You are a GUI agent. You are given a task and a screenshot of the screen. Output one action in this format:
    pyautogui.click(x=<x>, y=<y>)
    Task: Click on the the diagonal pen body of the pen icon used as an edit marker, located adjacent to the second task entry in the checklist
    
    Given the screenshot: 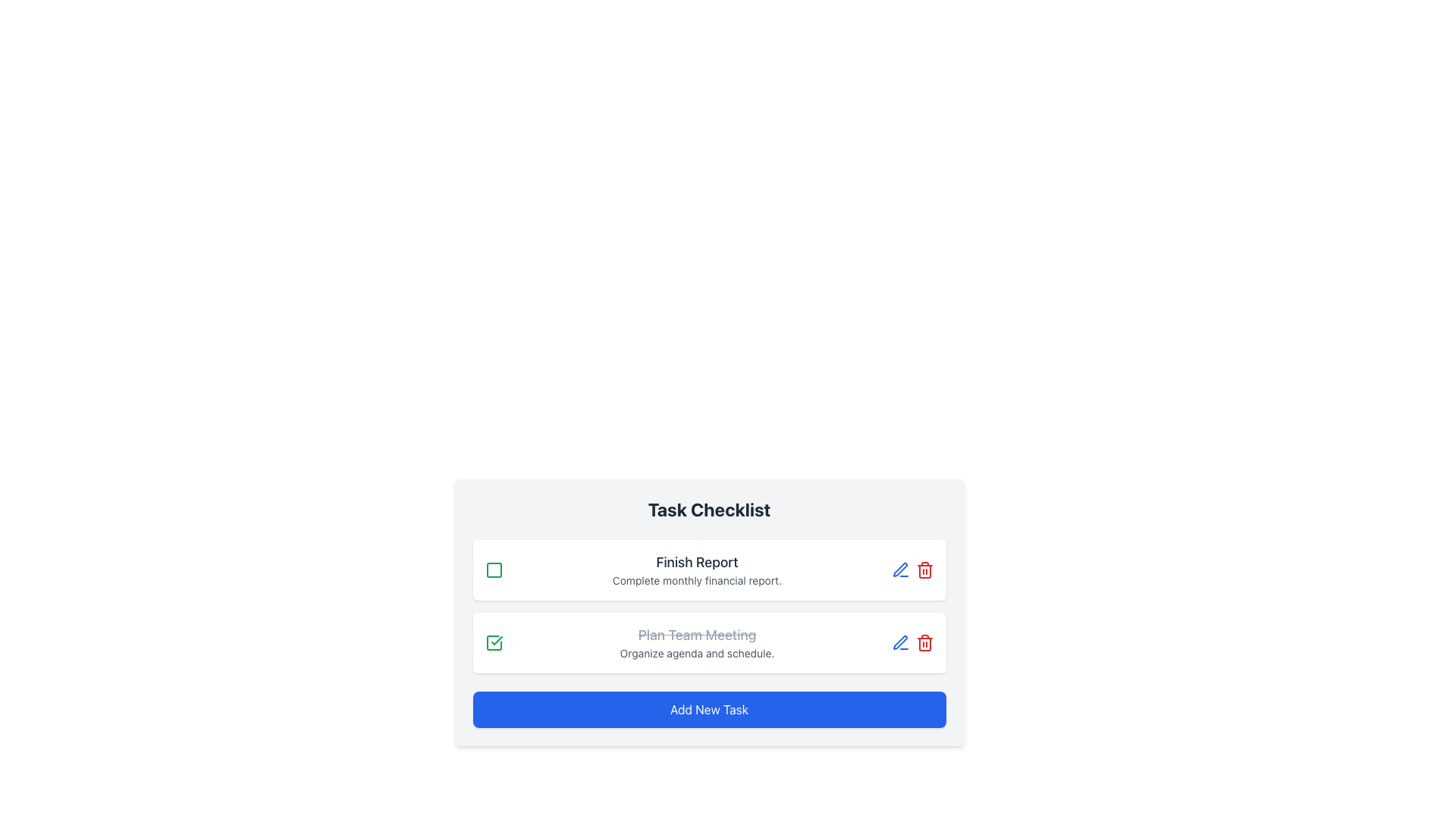 What is the action you would take?
    pyautogui.click(x=899, y=570)
    